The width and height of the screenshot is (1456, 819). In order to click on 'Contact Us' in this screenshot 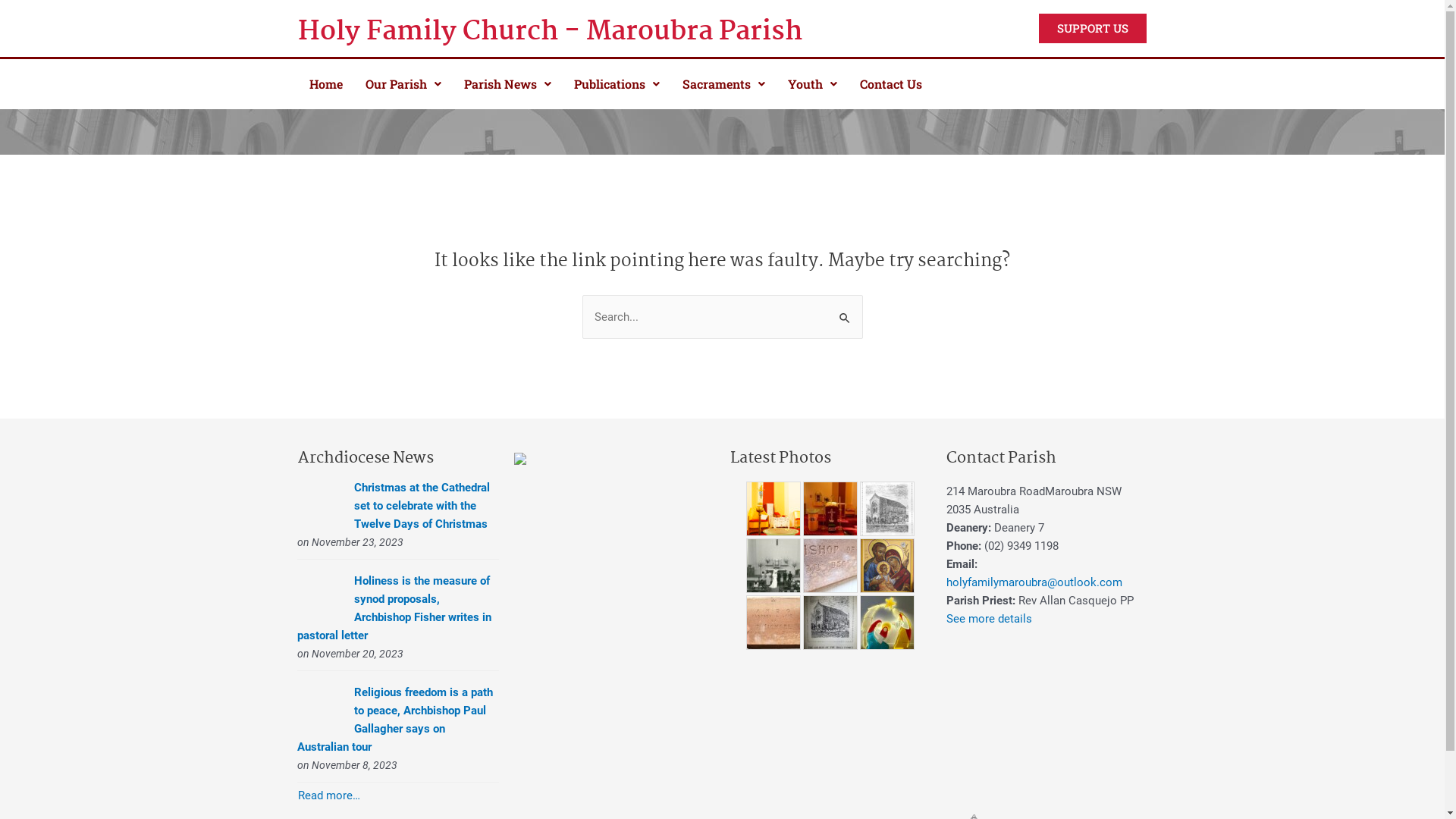, I will do `click(890, 84)`.